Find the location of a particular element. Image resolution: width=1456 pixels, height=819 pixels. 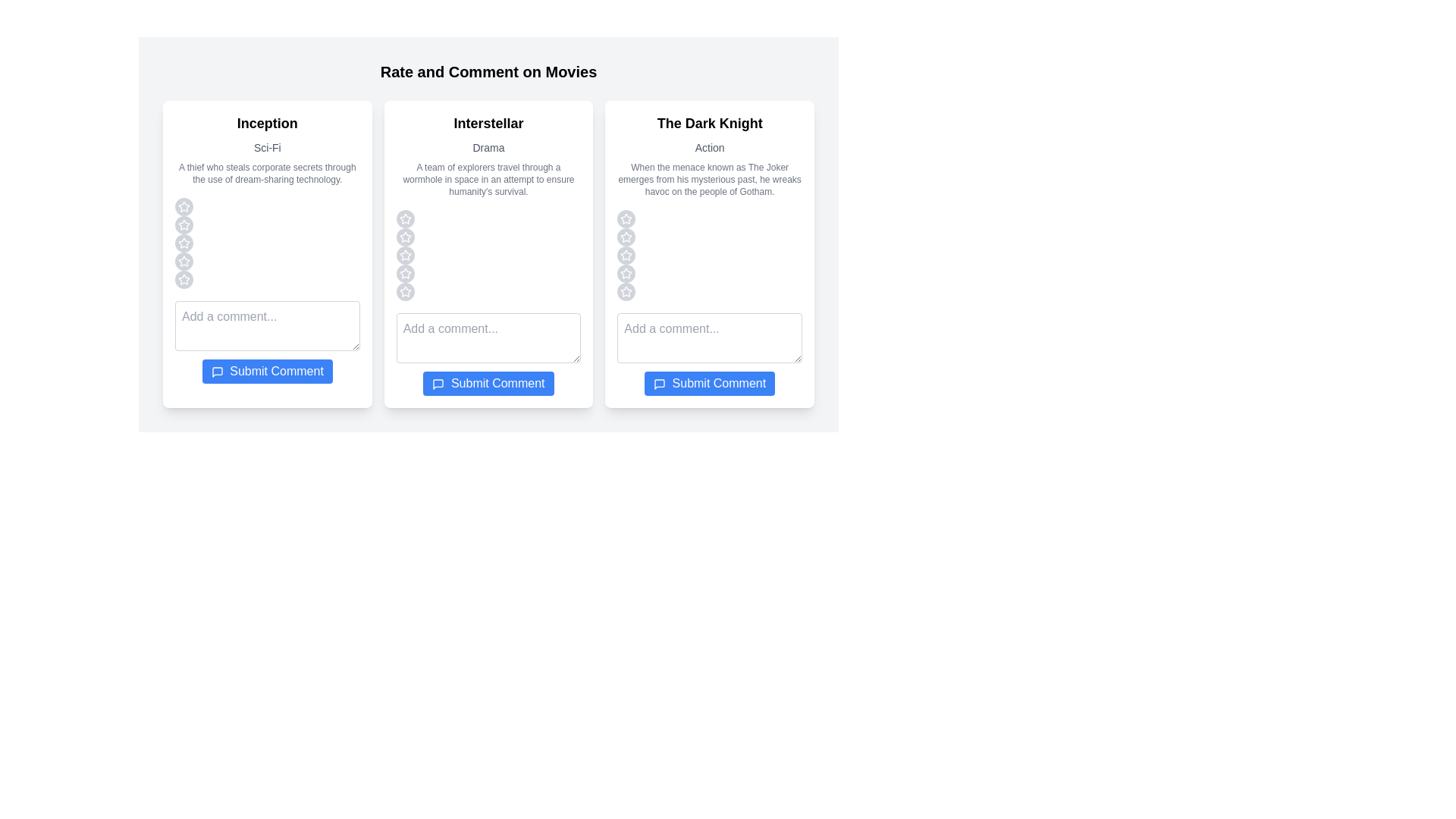

the star corresponding to the rating 3 for the movie Interstellar is located at coordinates (404, 254).